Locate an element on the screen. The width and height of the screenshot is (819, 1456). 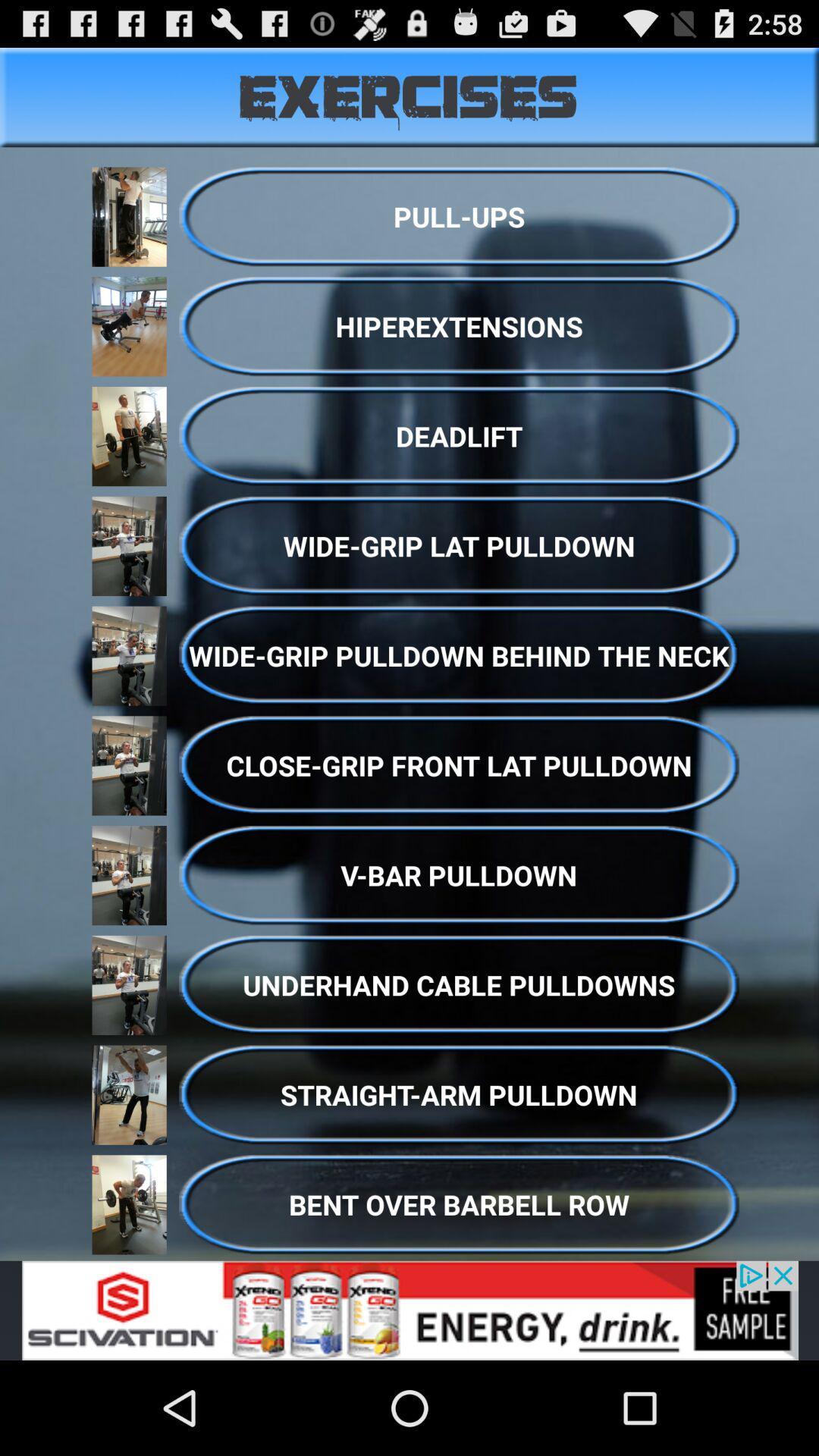
open advertisement is located at coordinates (409, 1310).